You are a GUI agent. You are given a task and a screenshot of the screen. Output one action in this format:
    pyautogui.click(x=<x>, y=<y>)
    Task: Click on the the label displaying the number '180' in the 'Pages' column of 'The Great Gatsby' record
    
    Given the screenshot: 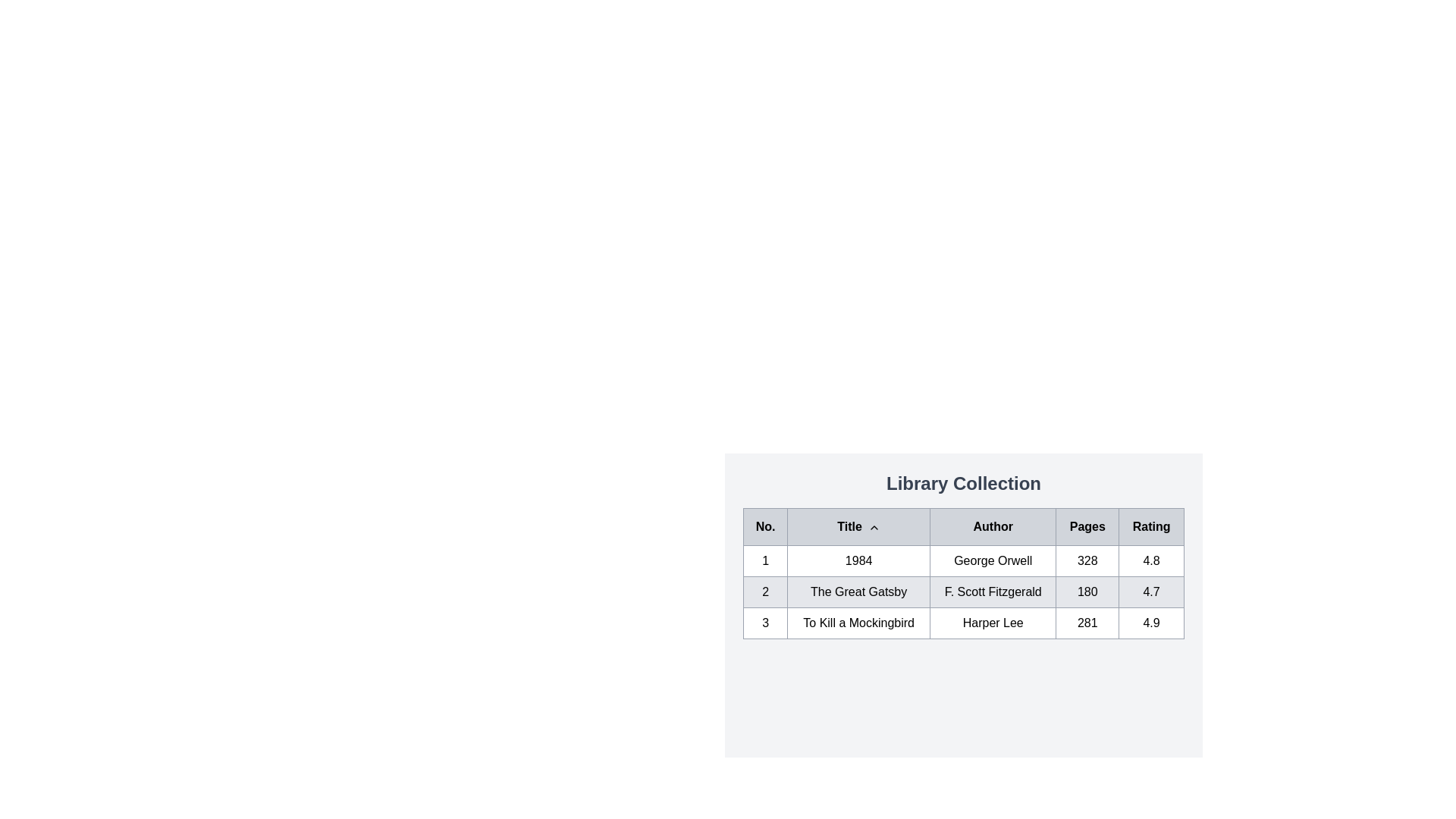 What is the action you would take?
    pyautogui.click(x=1087, y=591)
    